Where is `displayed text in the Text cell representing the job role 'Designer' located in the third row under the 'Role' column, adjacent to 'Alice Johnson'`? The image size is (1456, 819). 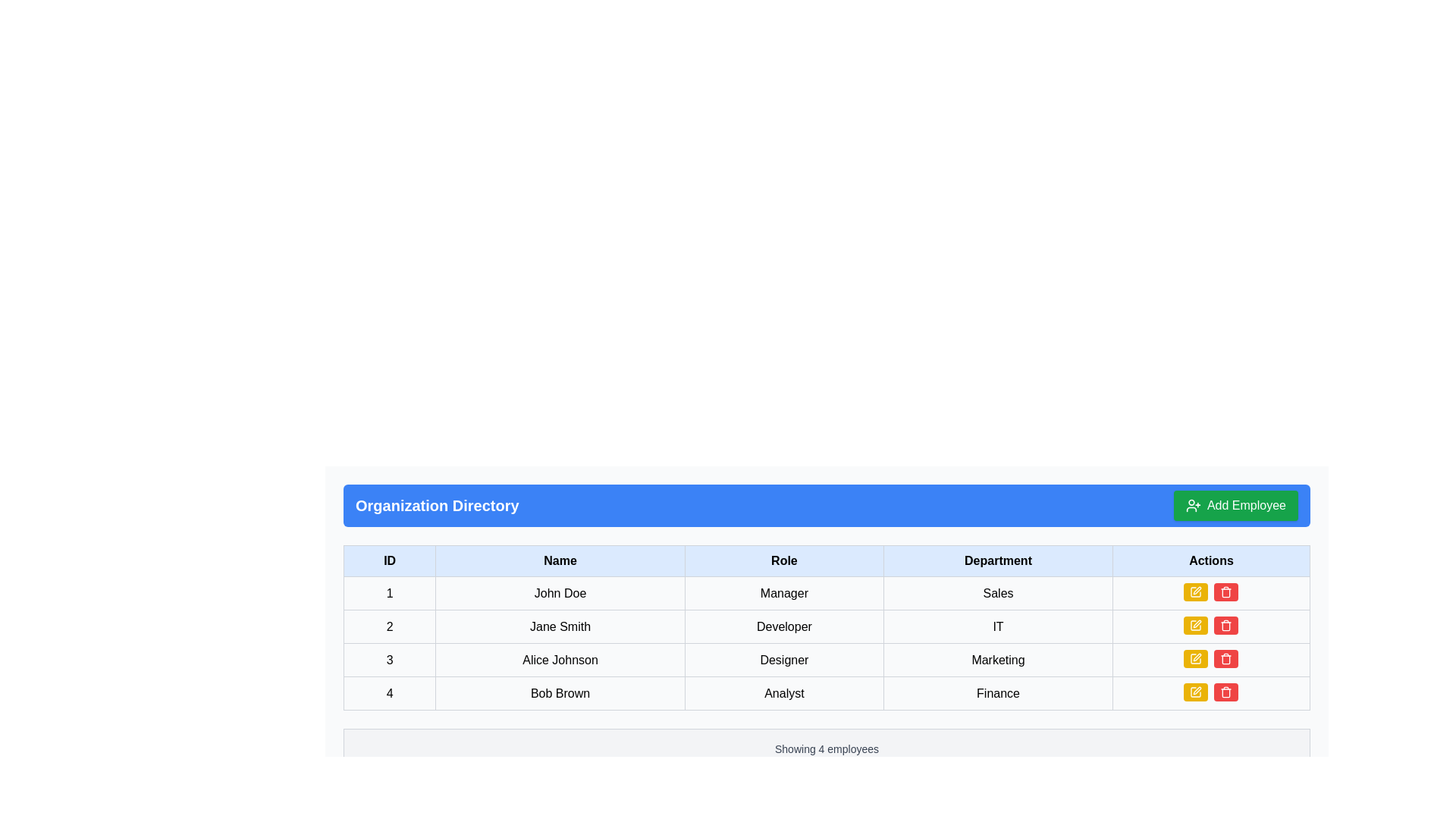 displayed text in the Text cell representing the job role 'Designer' located in the third row under the 'Role' column, adjacent to 'Alice Johnson' is located at coordinates (784, 659).